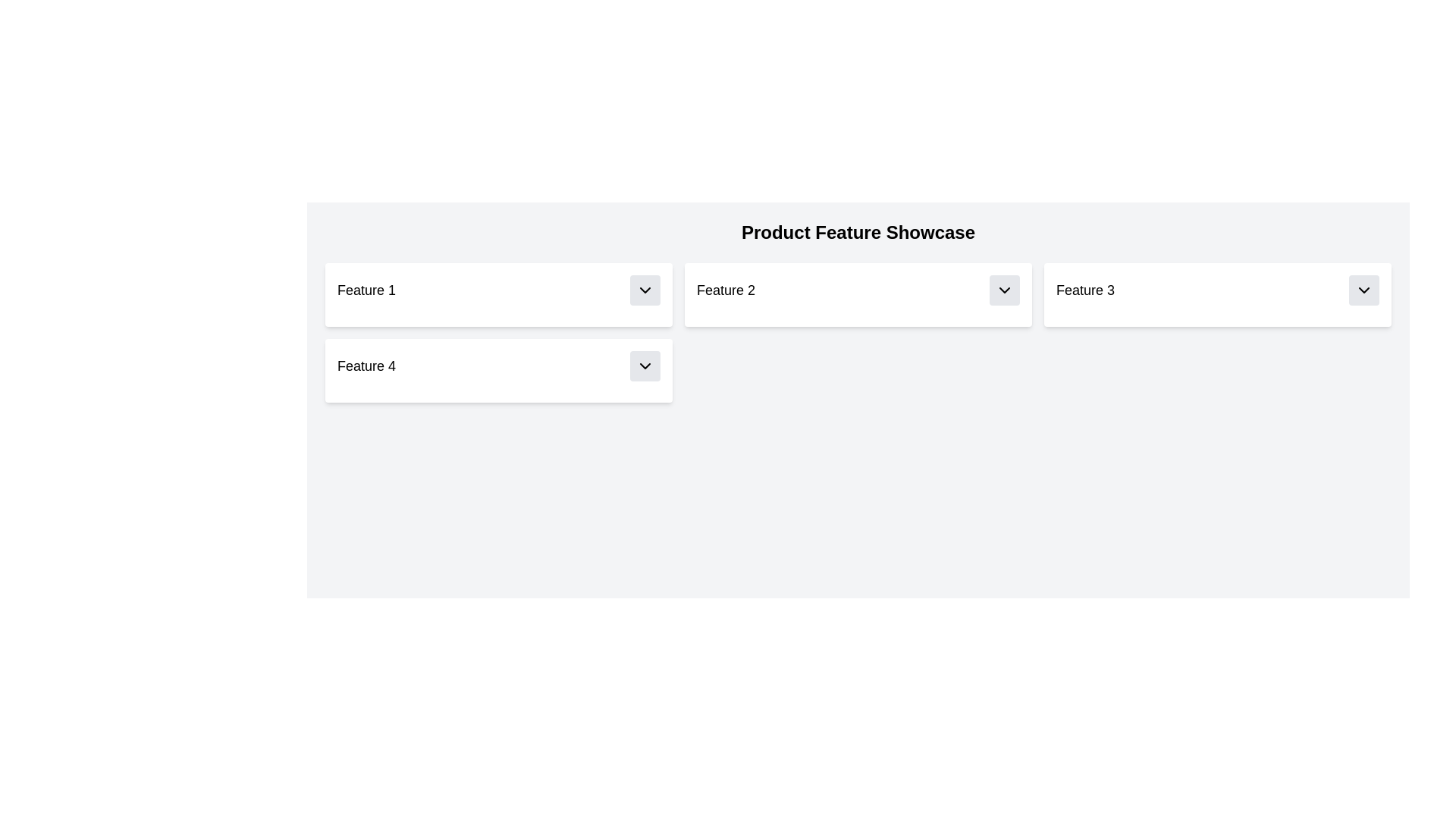 This screenshot has width=1456, height=819. Describe the element at coordinates (725, 290) in the screenshot. I see `the text label displaying 'Feature 2', which is styled with bold text and medium-sized font, located in the second horizontal section of the interface` at that location.